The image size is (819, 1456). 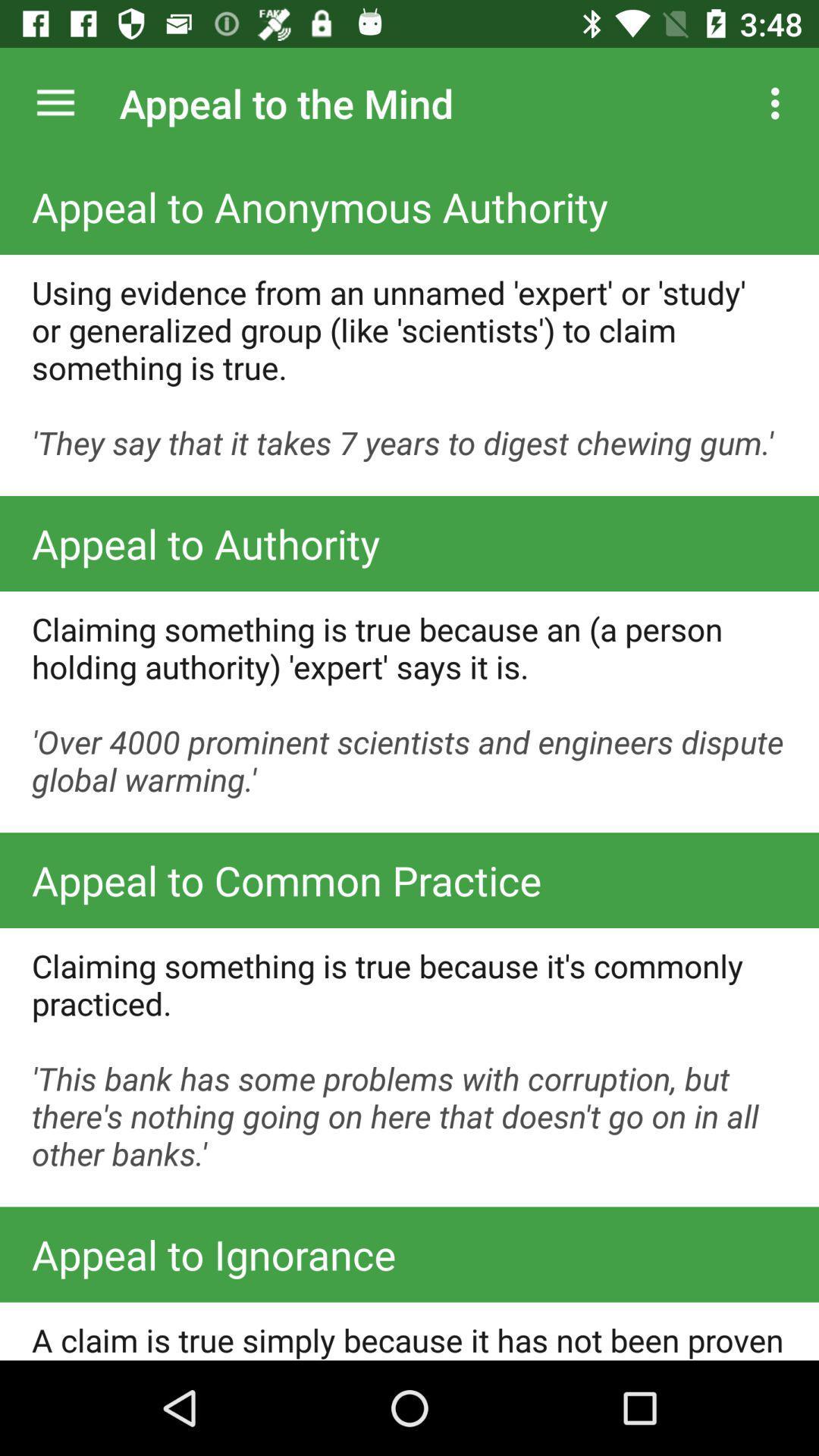 What do you see at coordinates (55, 102) in the screenshot?
I see `app to the left of appeal to the icon` at bounding box center [55, 102].